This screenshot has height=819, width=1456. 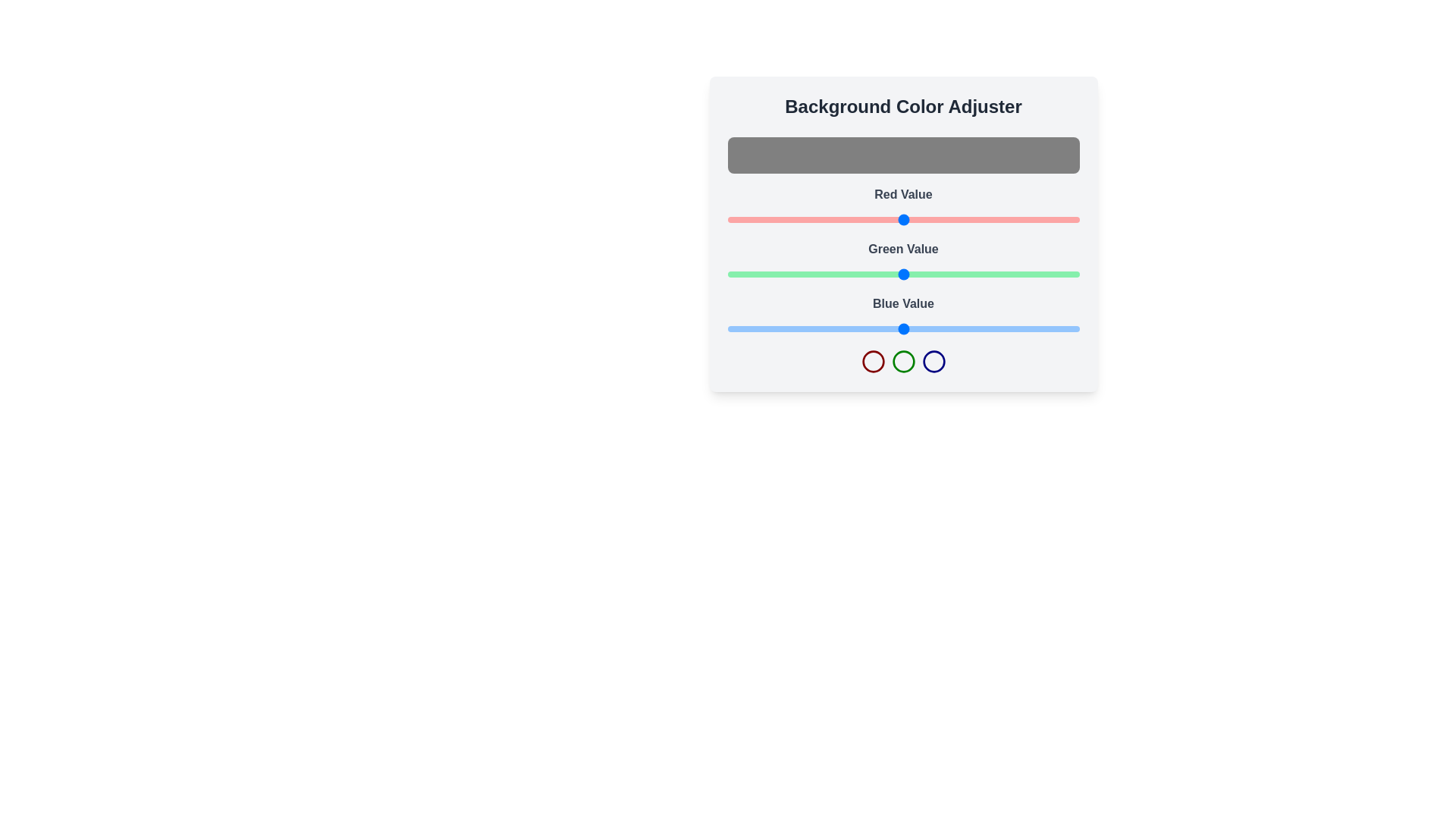 What do you see at coordinates (899, 275) in the screenshot?
I see `the green slider to set the green color value to 125` at bounding box center [899, 275].